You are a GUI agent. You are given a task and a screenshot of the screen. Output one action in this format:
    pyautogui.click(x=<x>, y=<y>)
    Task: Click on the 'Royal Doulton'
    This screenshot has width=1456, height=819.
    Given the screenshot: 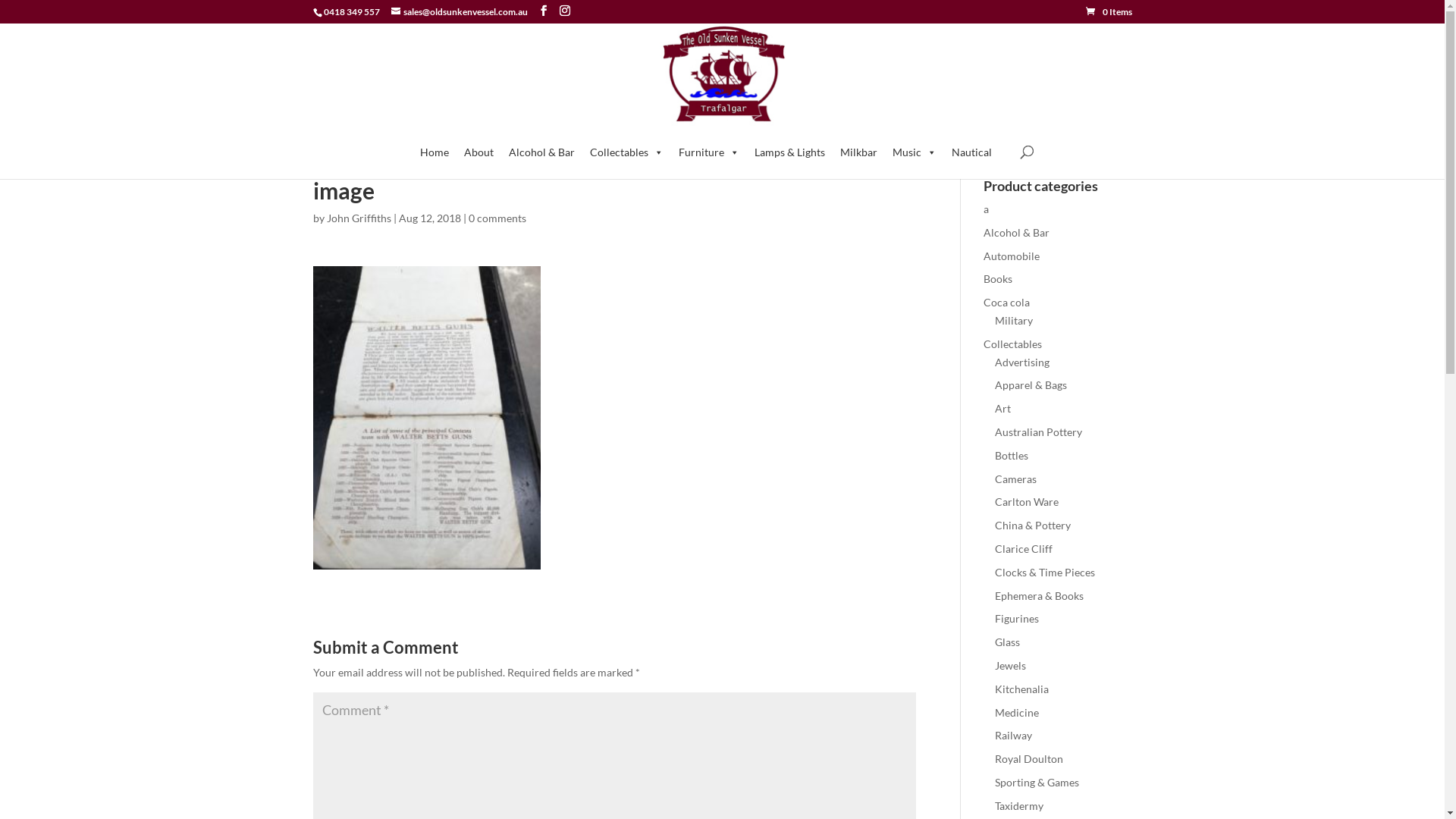 What is the action you would take?
    pyautogui.click(x=1029, y=758)
    